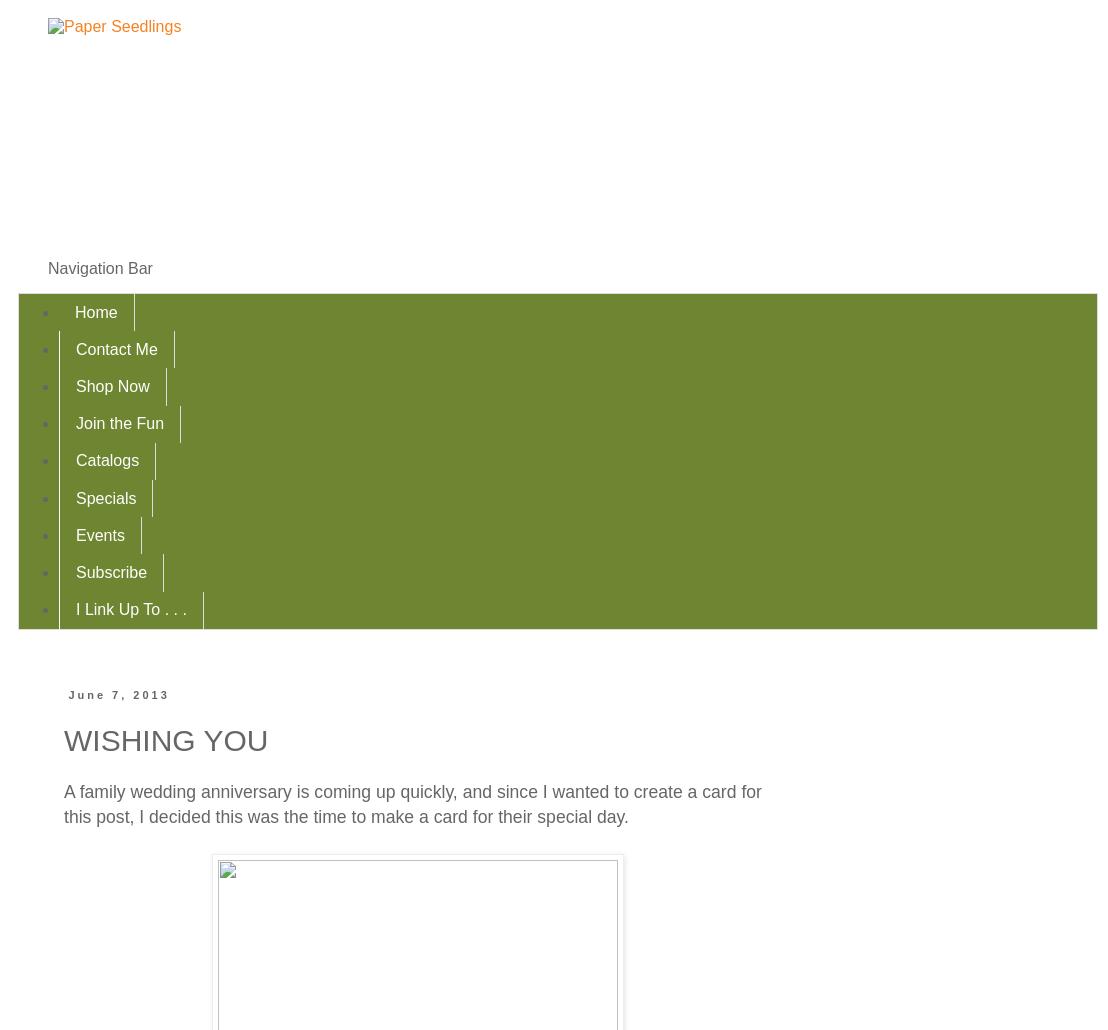 The width and height of the screenshot is (1108, 1030). What do you see at coordinates (112, 385) in the screenshot?
I see `'Shop Now'` at bounding box center [112, 385].